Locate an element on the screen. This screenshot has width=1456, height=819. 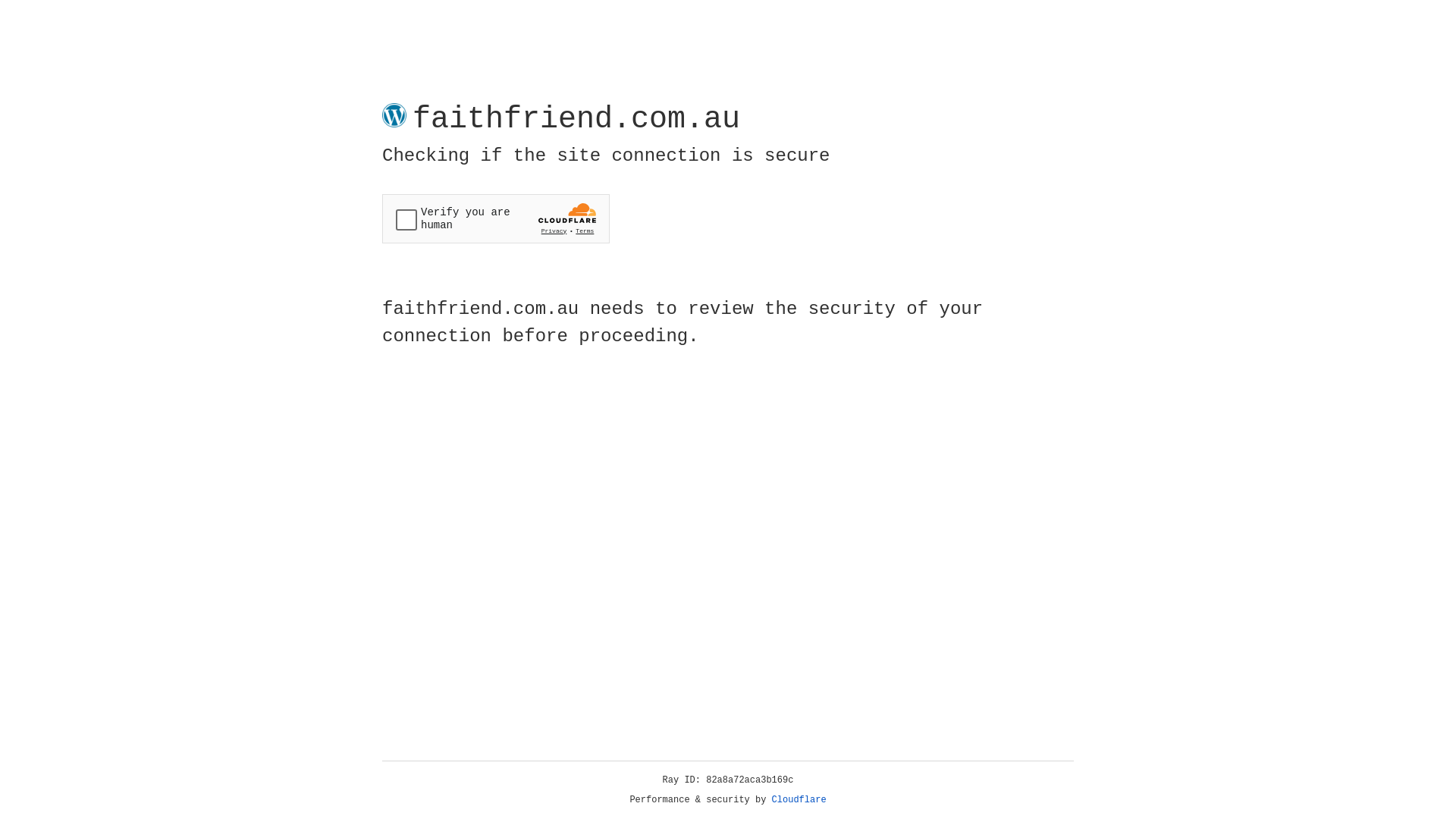
'Cloudflare' is located at coordinates (799, 799).